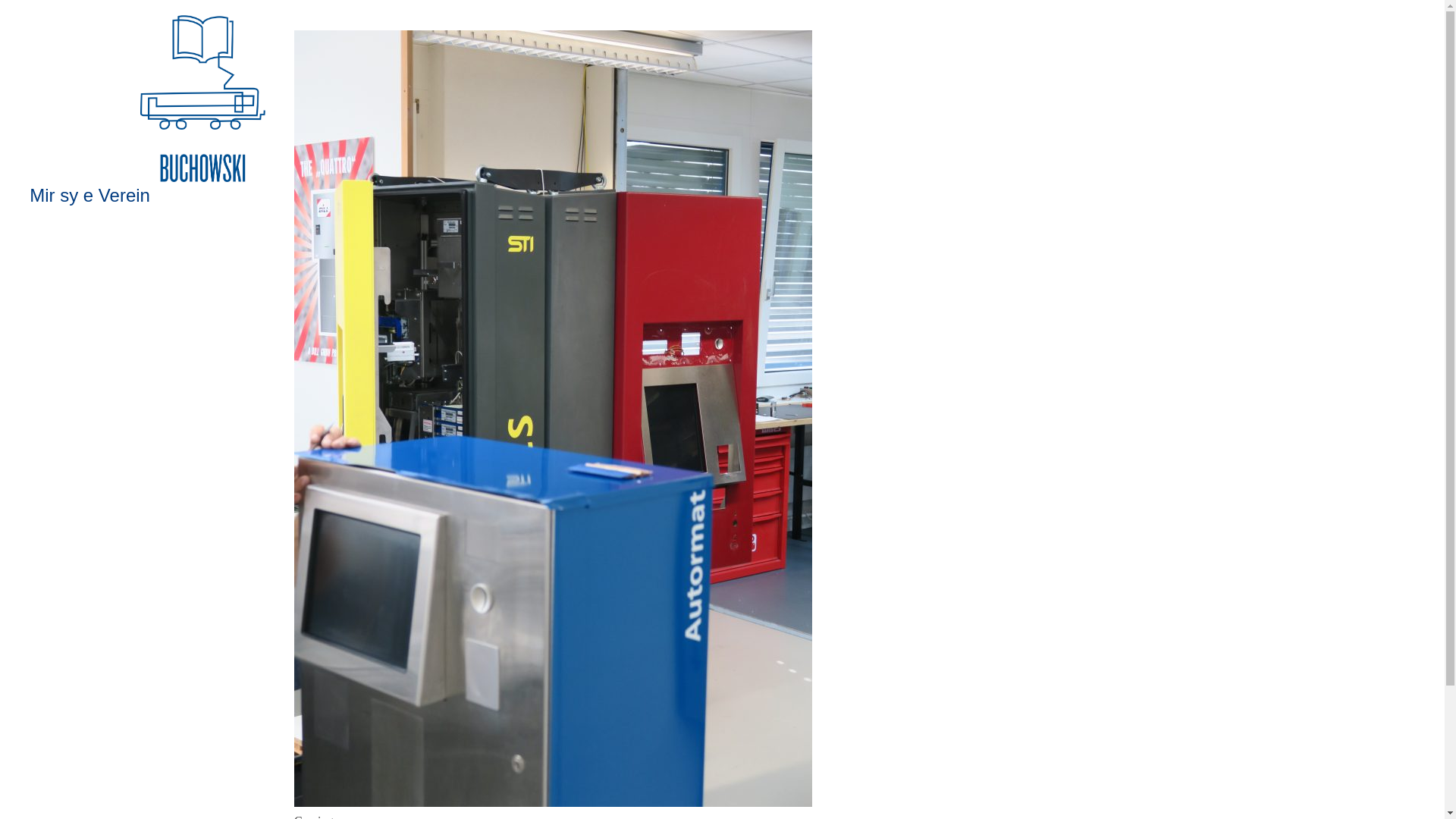 The width and height of the screenshot is (1456, 819). Describe the element at coordinates (89, 194) in the screenshot. I see `'Mir sy e Verein'` at that location.